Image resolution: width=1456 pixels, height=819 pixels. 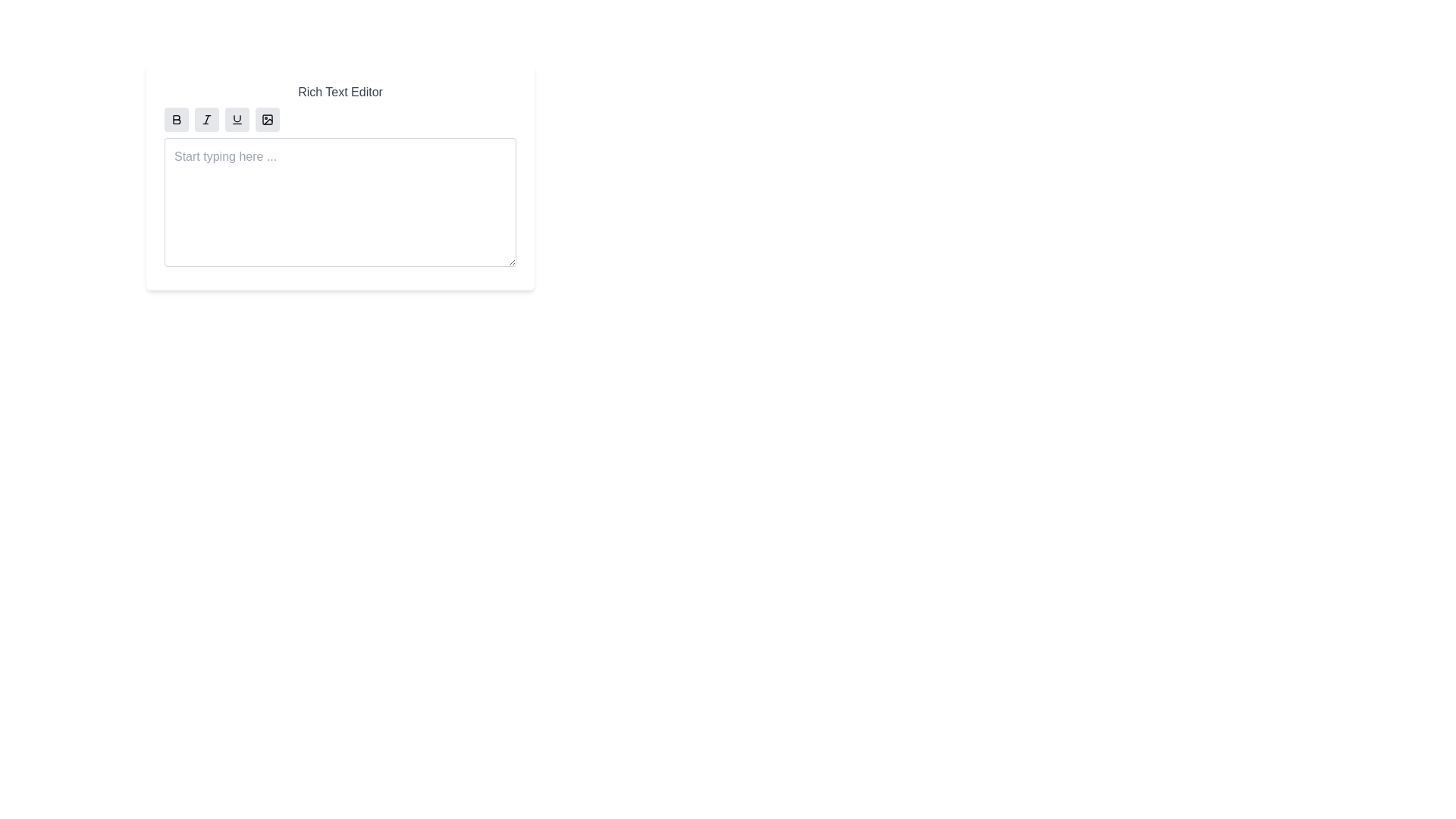 I want to click on the bold styling icon, which is the leftmost icon in the toolbar above the text area, so click(x=177, y=119).